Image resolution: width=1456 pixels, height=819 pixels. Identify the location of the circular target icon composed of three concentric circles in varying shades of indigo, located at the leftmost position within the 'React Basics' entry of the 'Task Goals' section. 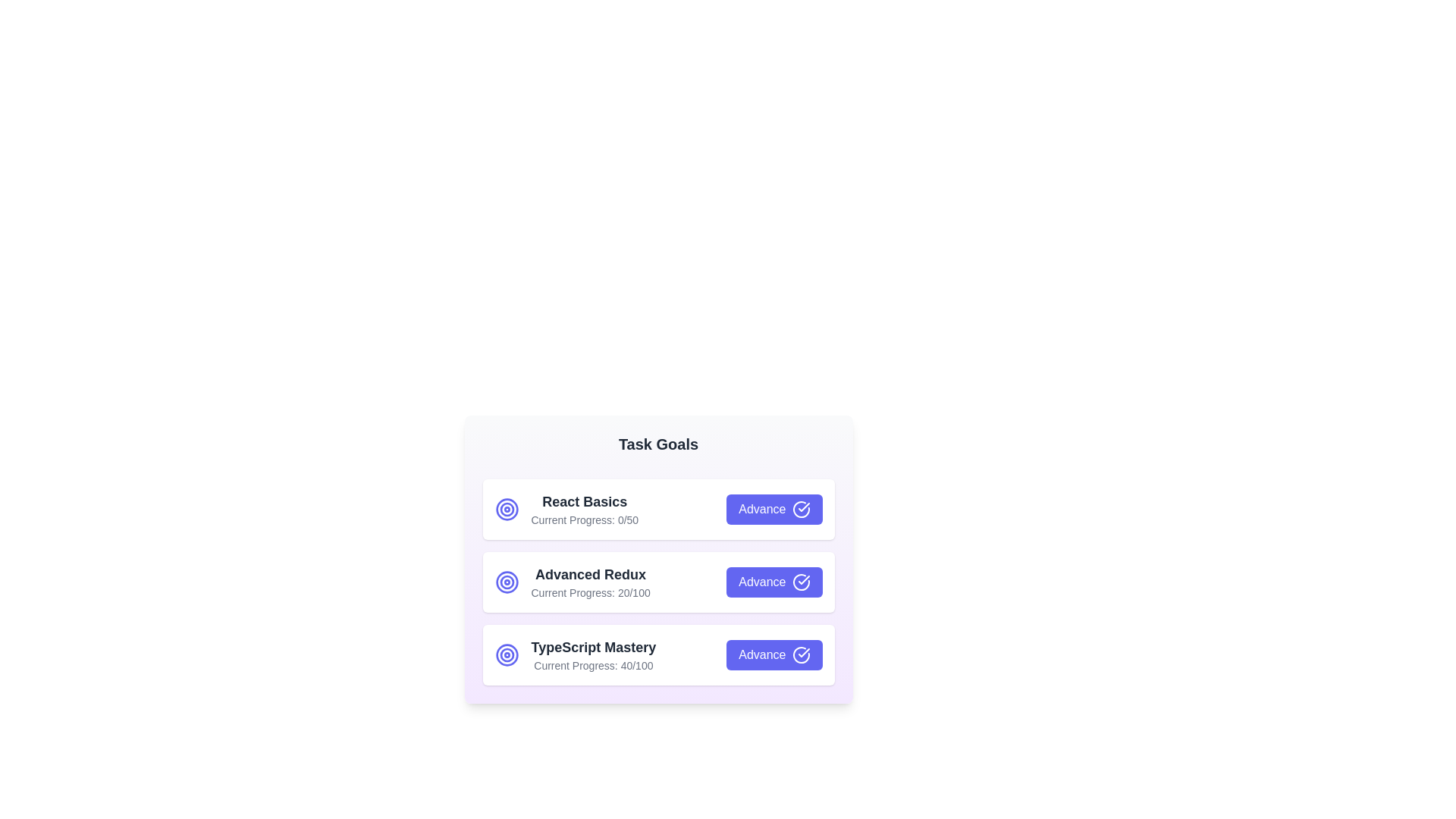
(507, 509).